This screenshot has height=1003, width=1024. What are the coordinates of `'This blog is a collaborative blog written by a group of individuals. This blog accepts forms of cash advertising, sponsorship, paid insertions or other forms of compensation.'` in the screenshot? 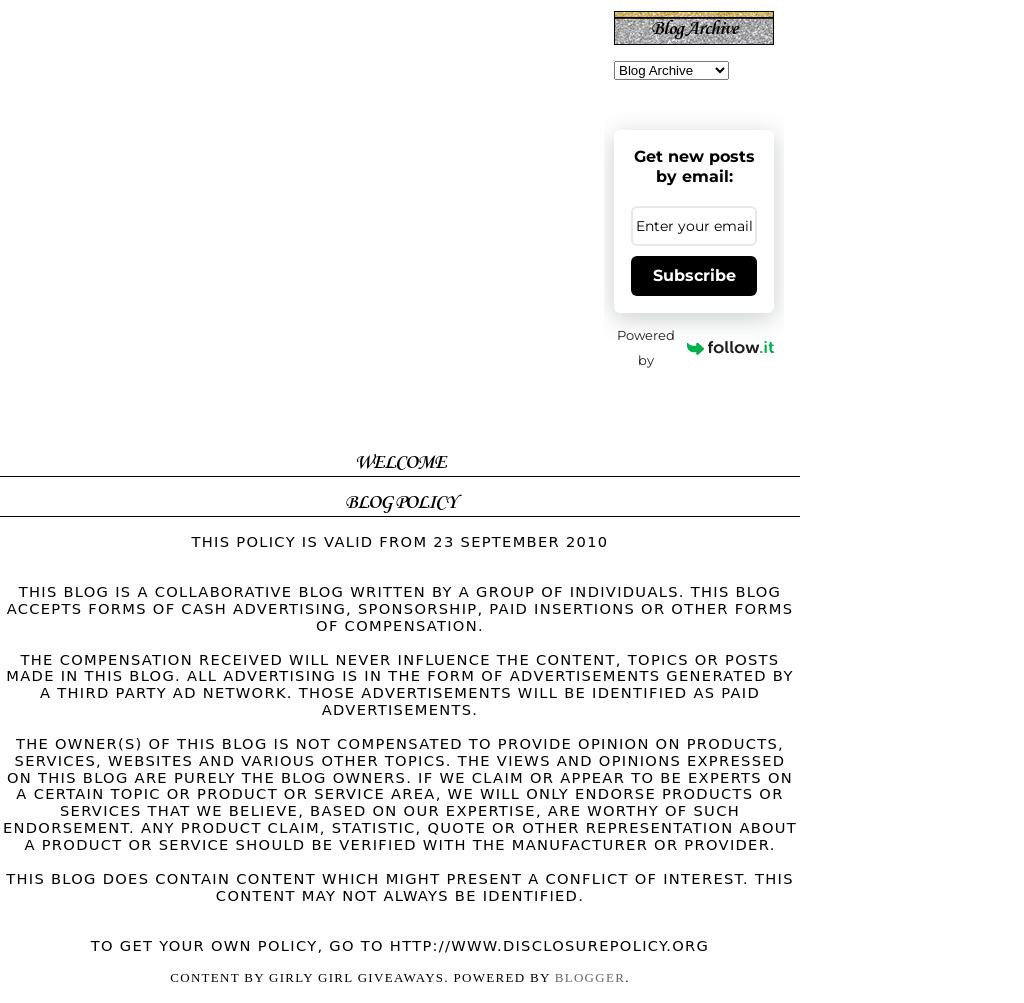 It's located at (398, 608).